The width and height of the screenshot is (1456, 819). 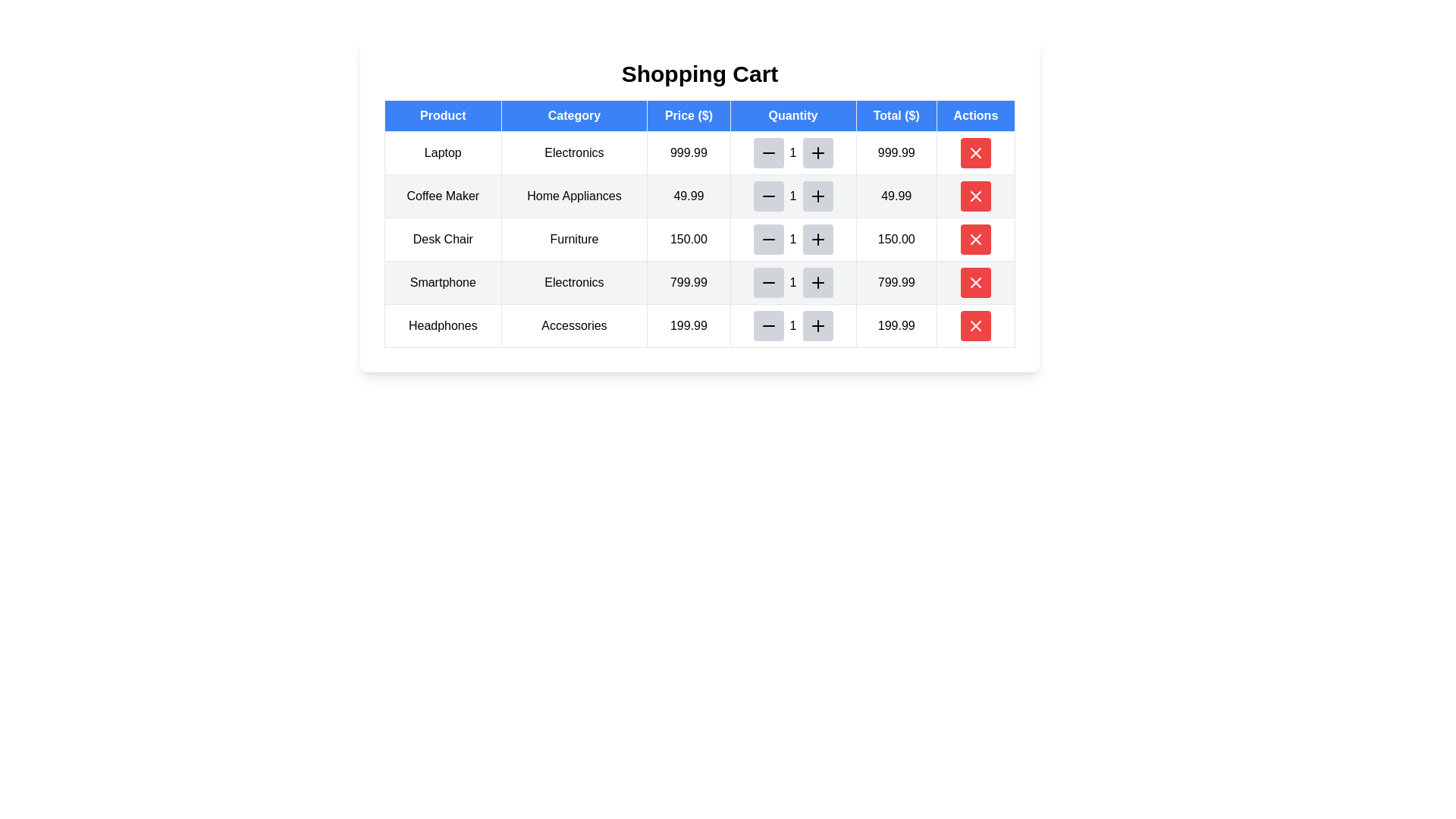 What do you see at coordinates (688, 115) in the screenshot?
I see `the Table Header Cell labeled 'Price ($)', which is a blue rectangular cell with white text, located in the third position of the header row in the table` at bounding box center [688, 115].